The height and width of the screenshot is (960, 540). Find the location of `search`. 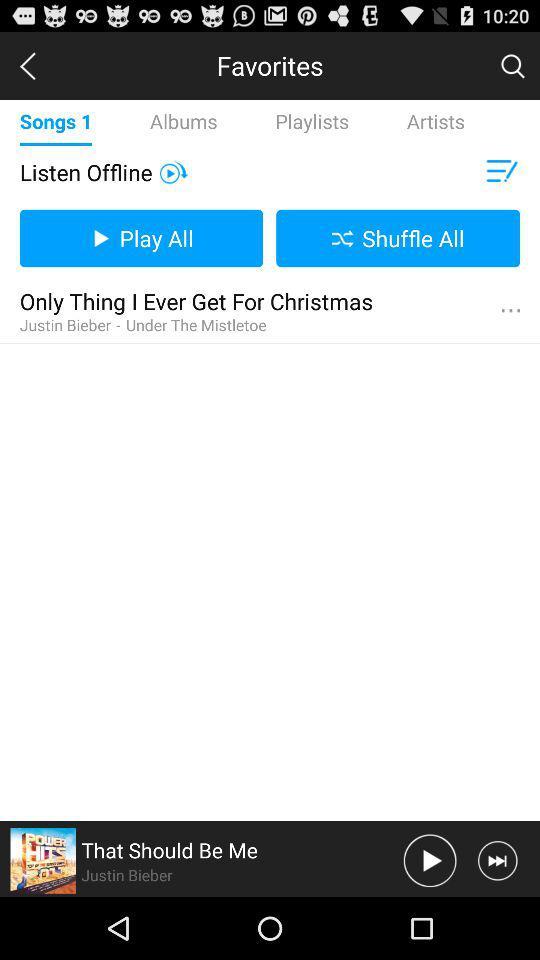

search is located at coordinates (512, 65).